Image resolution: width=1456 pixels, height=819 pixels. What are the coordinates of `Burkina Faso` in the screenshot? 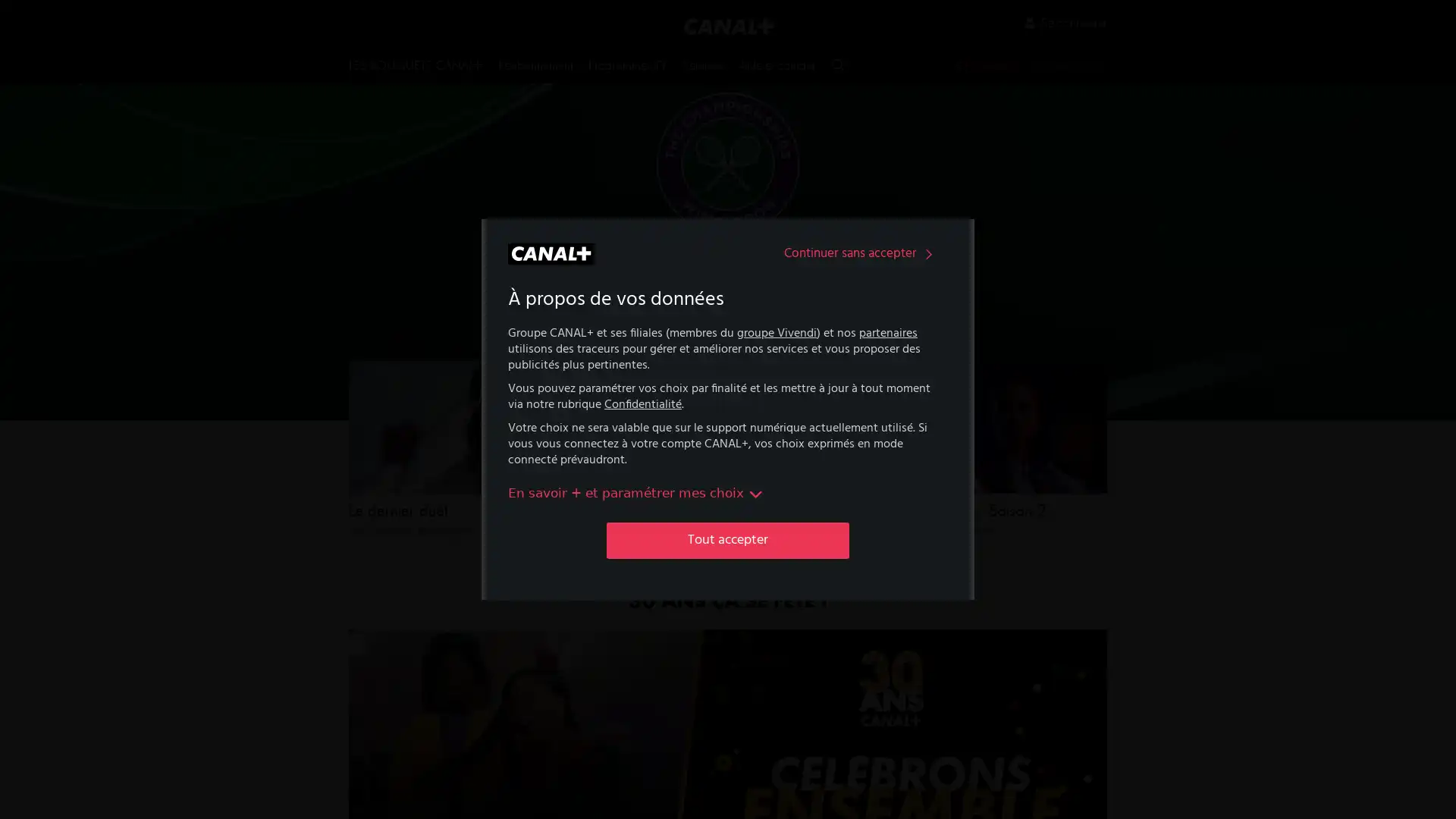 It's located at (582, 315).